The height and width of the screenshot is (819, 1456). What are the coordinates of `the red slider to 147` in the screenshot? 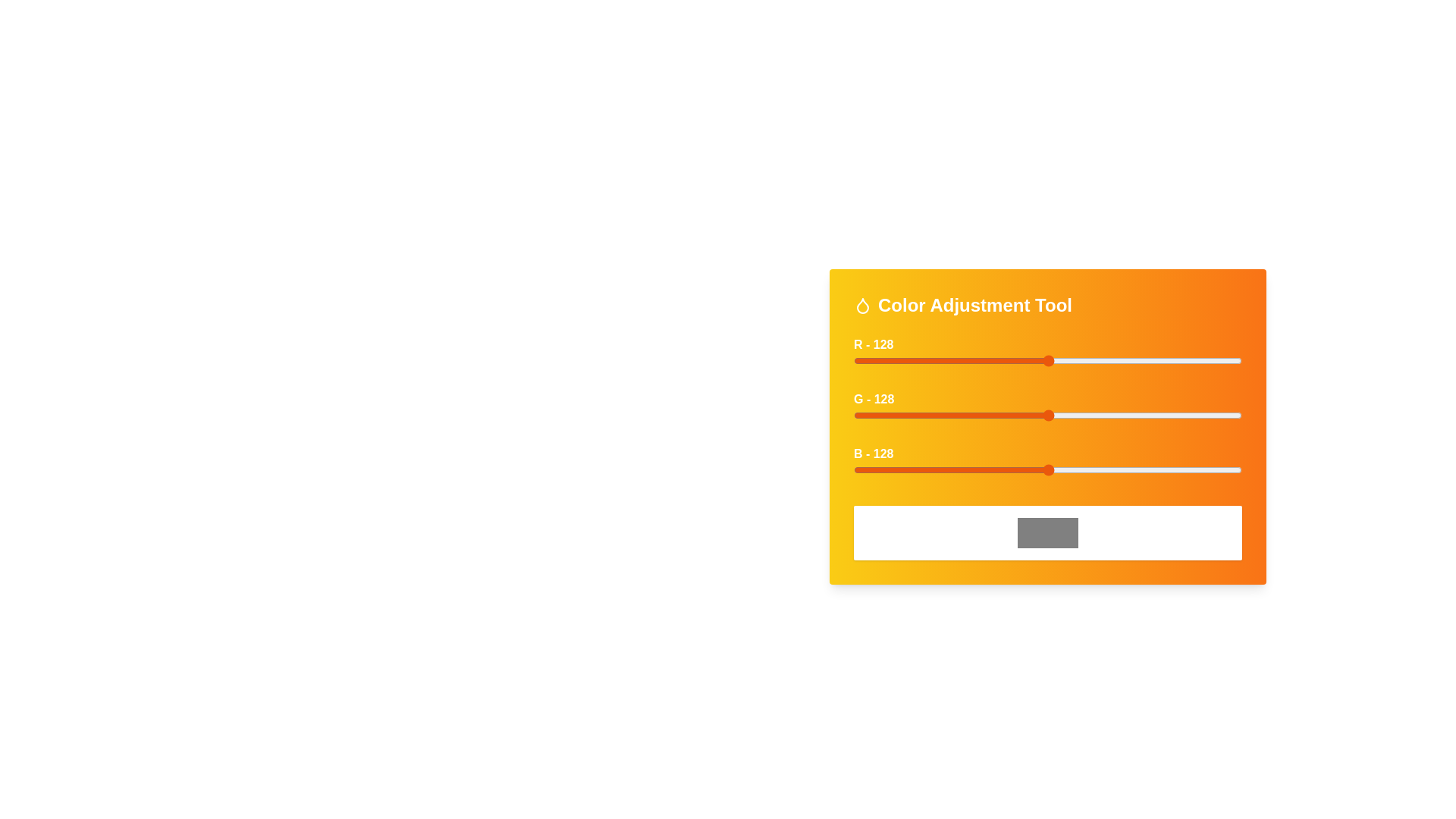 It's located at (1077, 360).